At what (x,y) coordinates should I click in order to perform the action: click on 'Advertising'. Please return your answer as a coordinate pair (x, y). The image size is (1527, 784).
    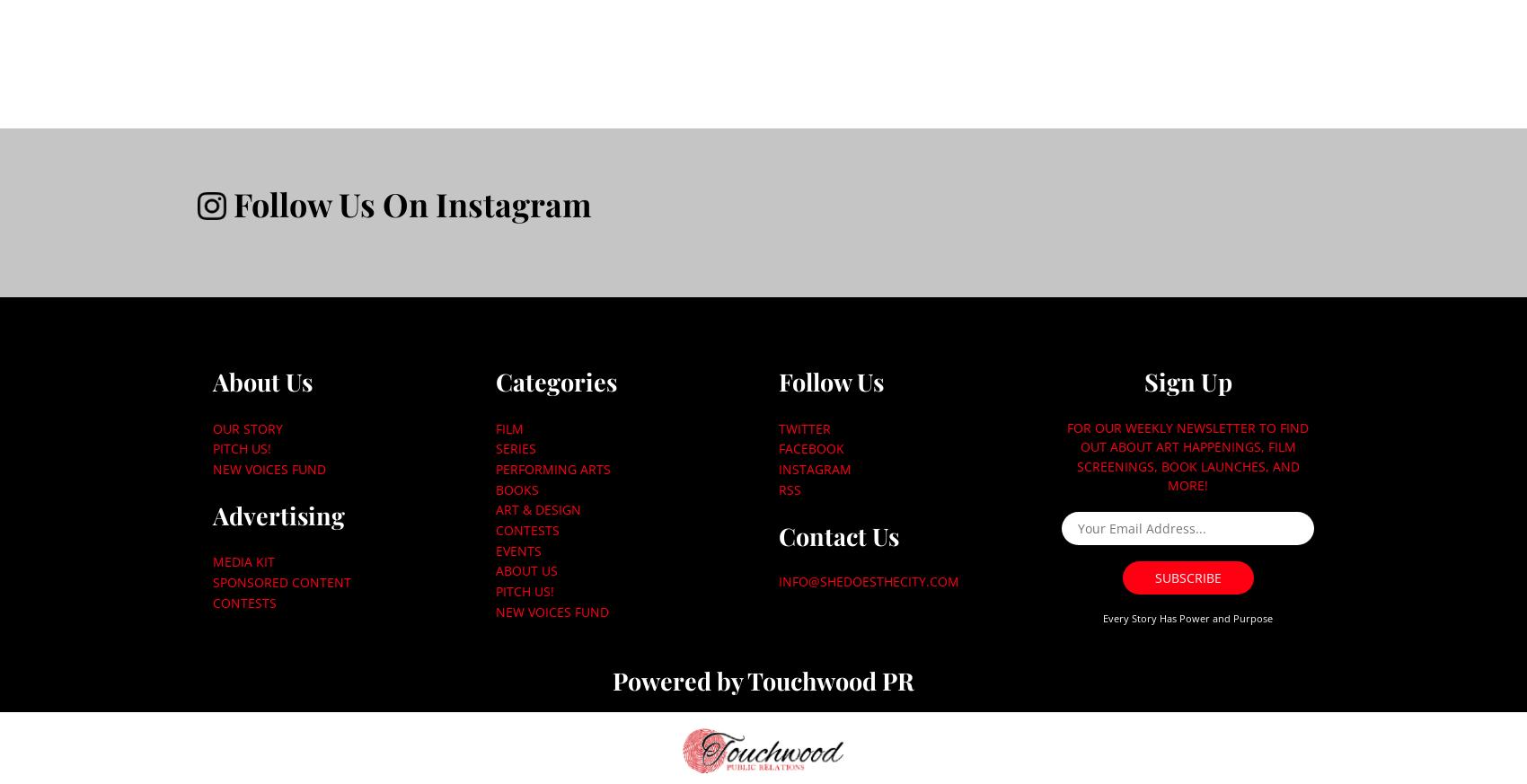
    Looking at the image, I should click on (278, 514).